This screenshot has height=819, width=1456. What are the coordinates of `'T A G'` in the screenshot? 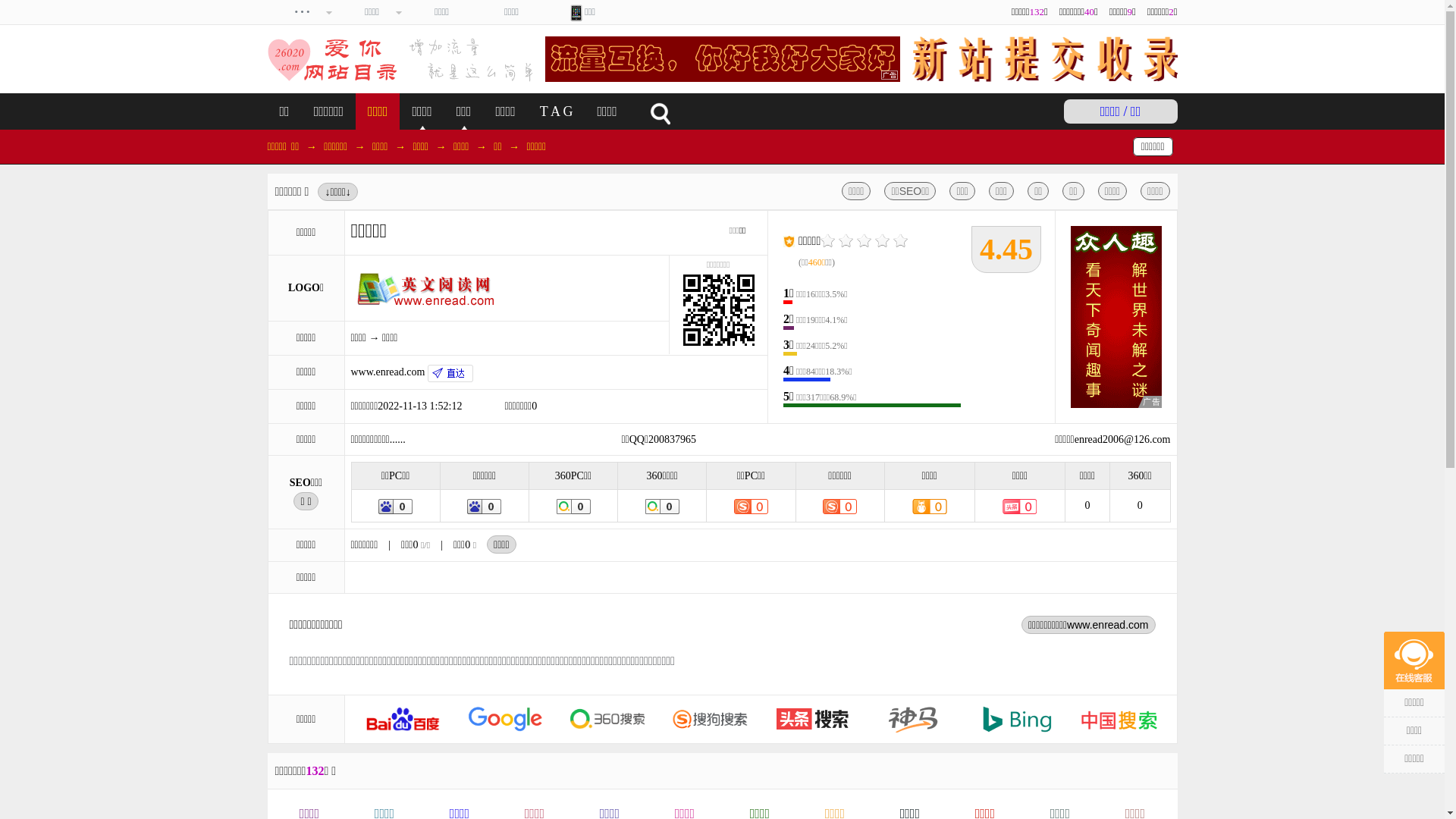 It's located at (556, 110).